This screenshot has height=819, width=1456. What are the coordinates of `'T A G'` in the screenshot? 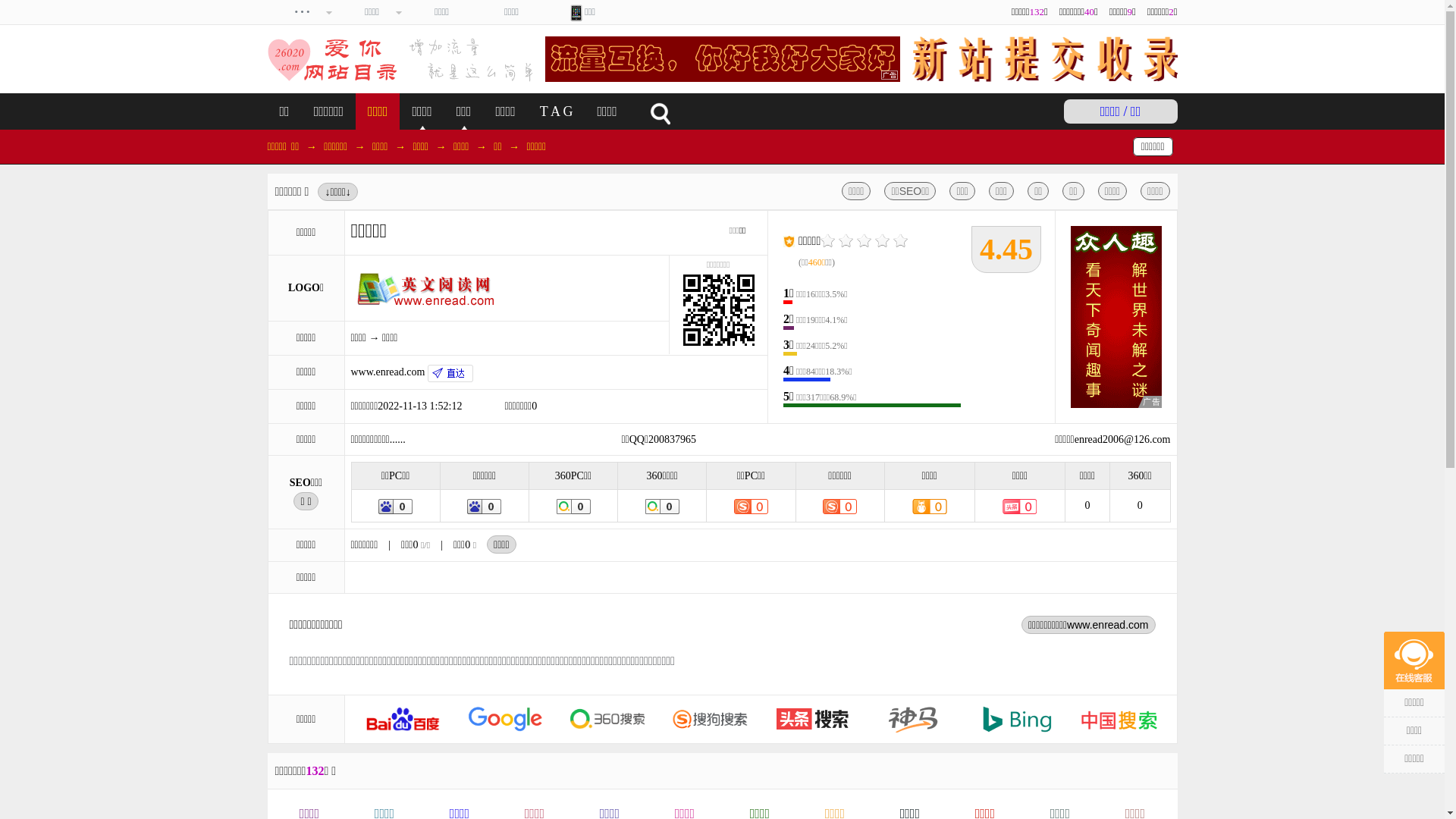 It's located at (556, 110).